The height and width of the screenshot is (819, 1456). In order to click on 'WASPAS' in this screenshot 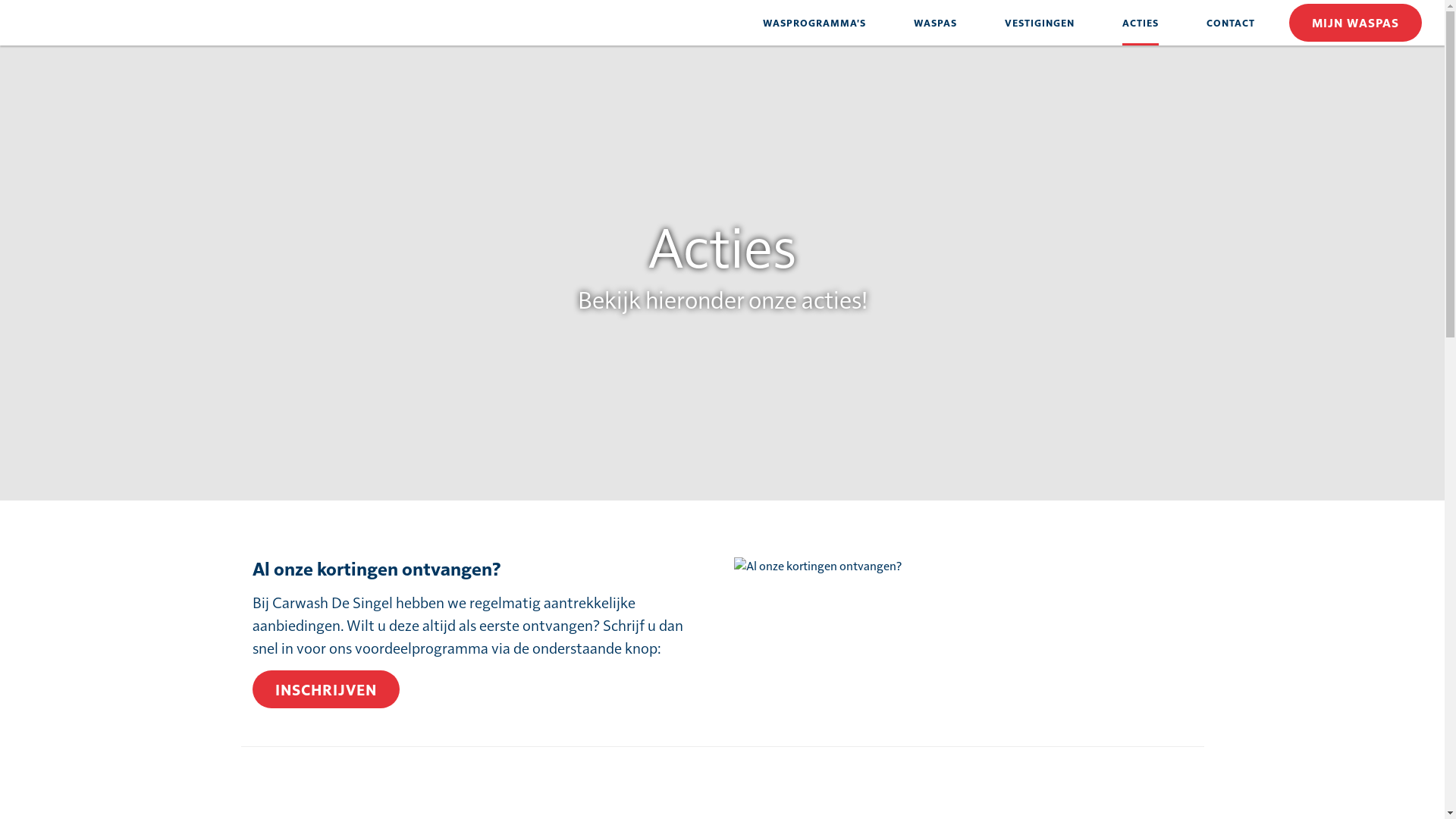, I will do `click(934, 23)`.